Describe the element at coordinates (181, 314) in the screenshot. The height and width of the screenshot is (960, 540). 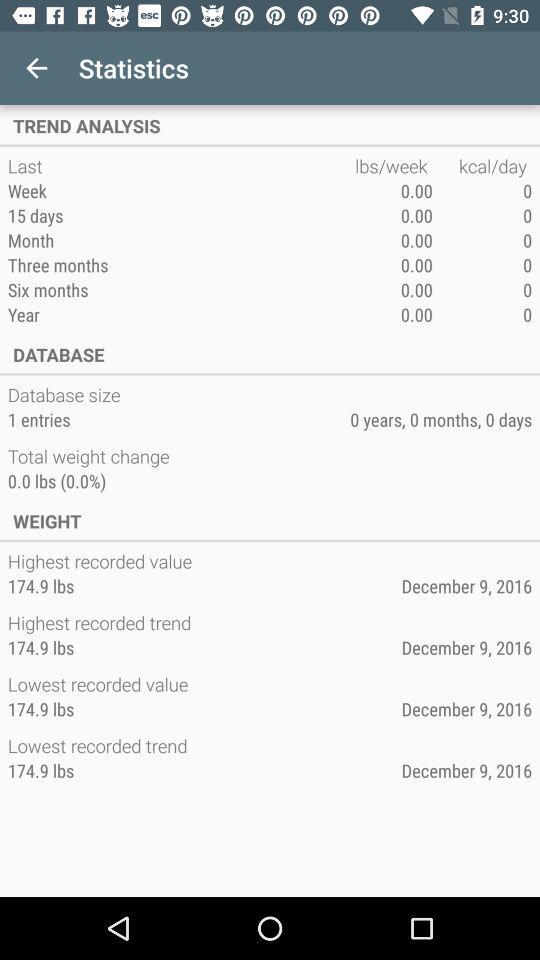
I see `item above database` at that location.